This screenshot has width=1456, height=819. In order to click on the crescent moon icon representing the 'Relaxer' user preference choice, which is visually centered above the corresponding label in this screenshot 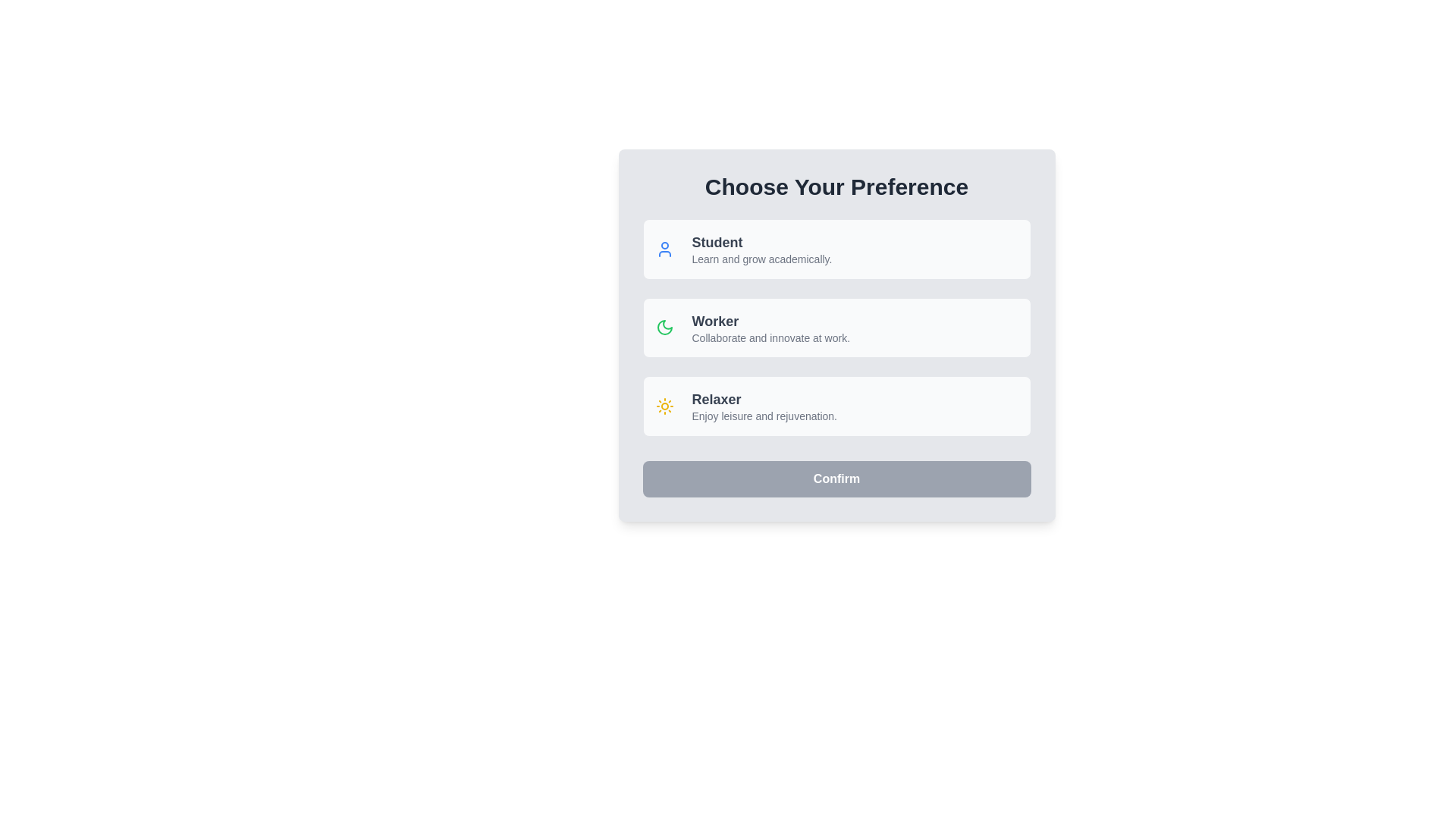, I will do `click(664, 327)`.